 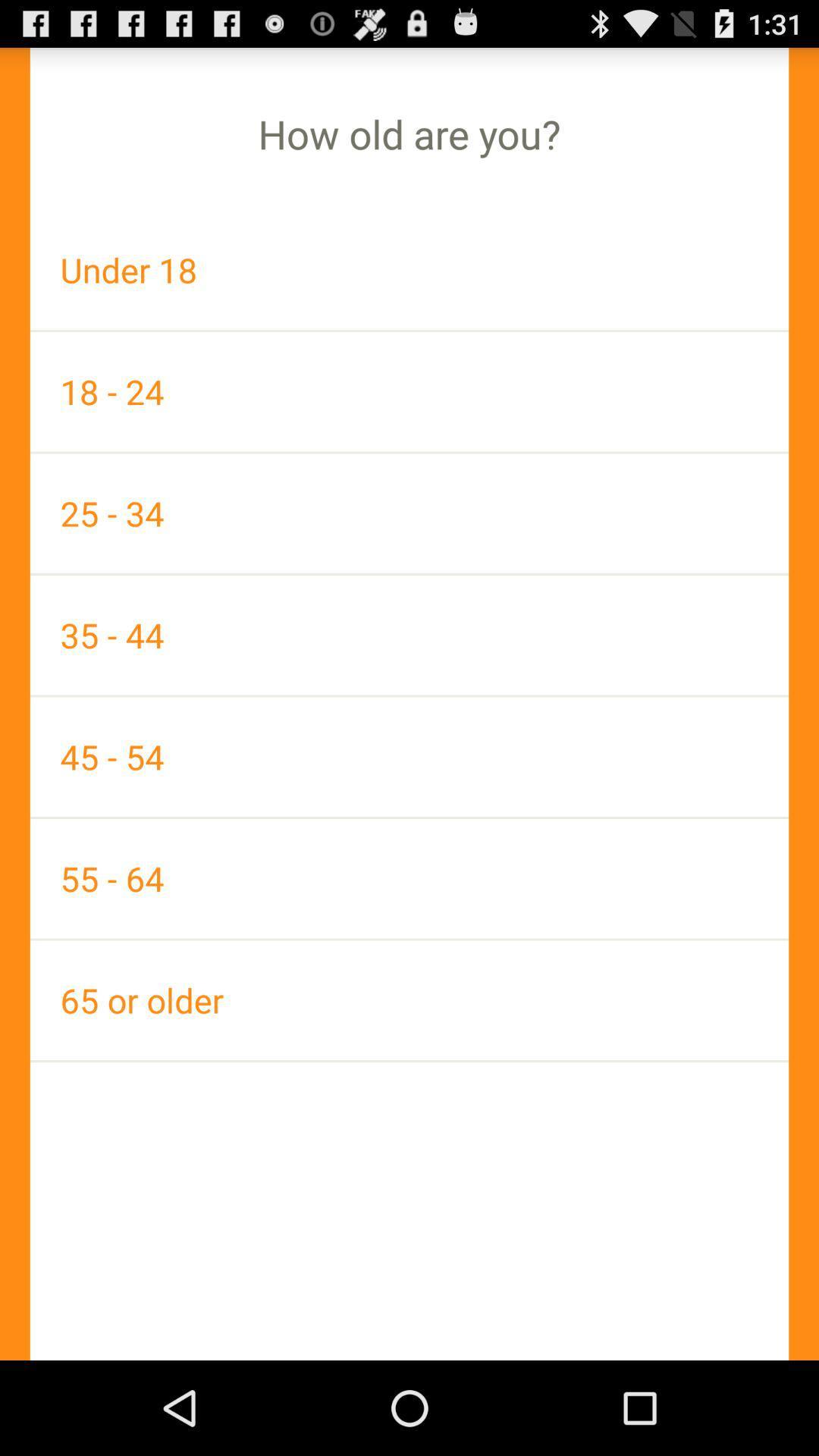 What do you see at coordinates (409, 270) in the screenshot?
I see `under 18 app` at bounding box center [409, 270].